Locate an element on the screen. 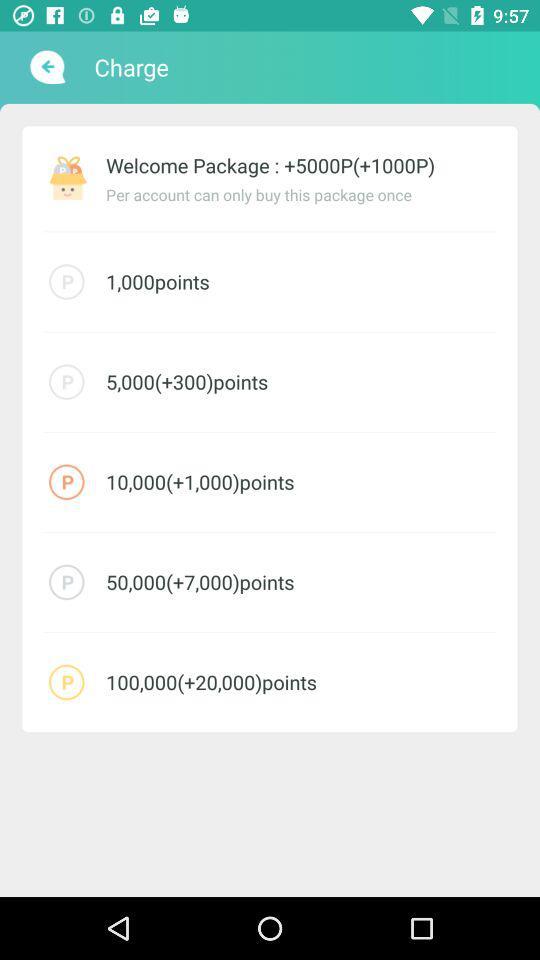  the icon on left to the button charge on the web page is located at coordinates (46, 67).